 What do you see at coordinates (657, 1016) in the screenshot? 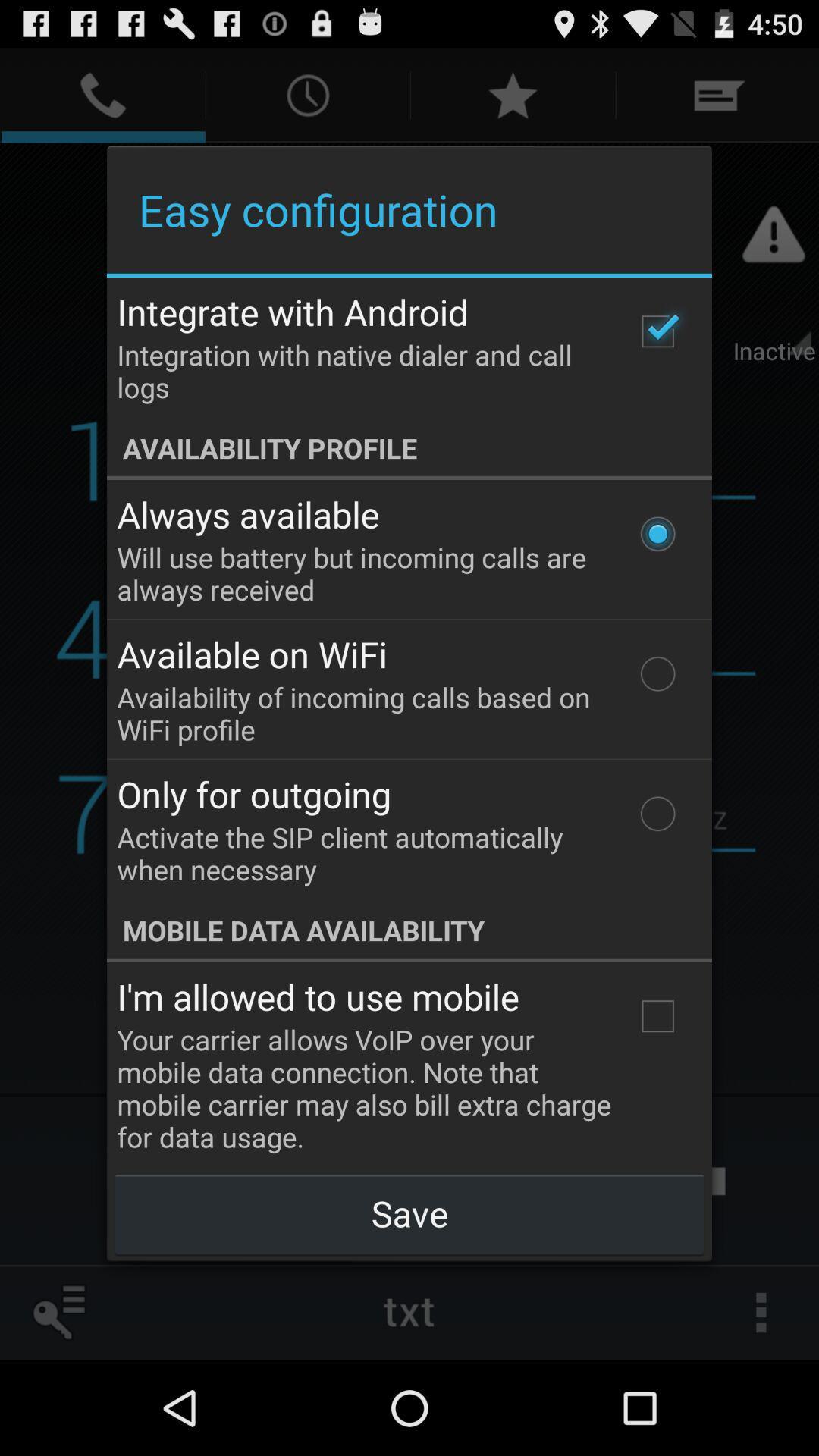
I see `the item below the mobile data availability item` at bounding box center [657, 1016].